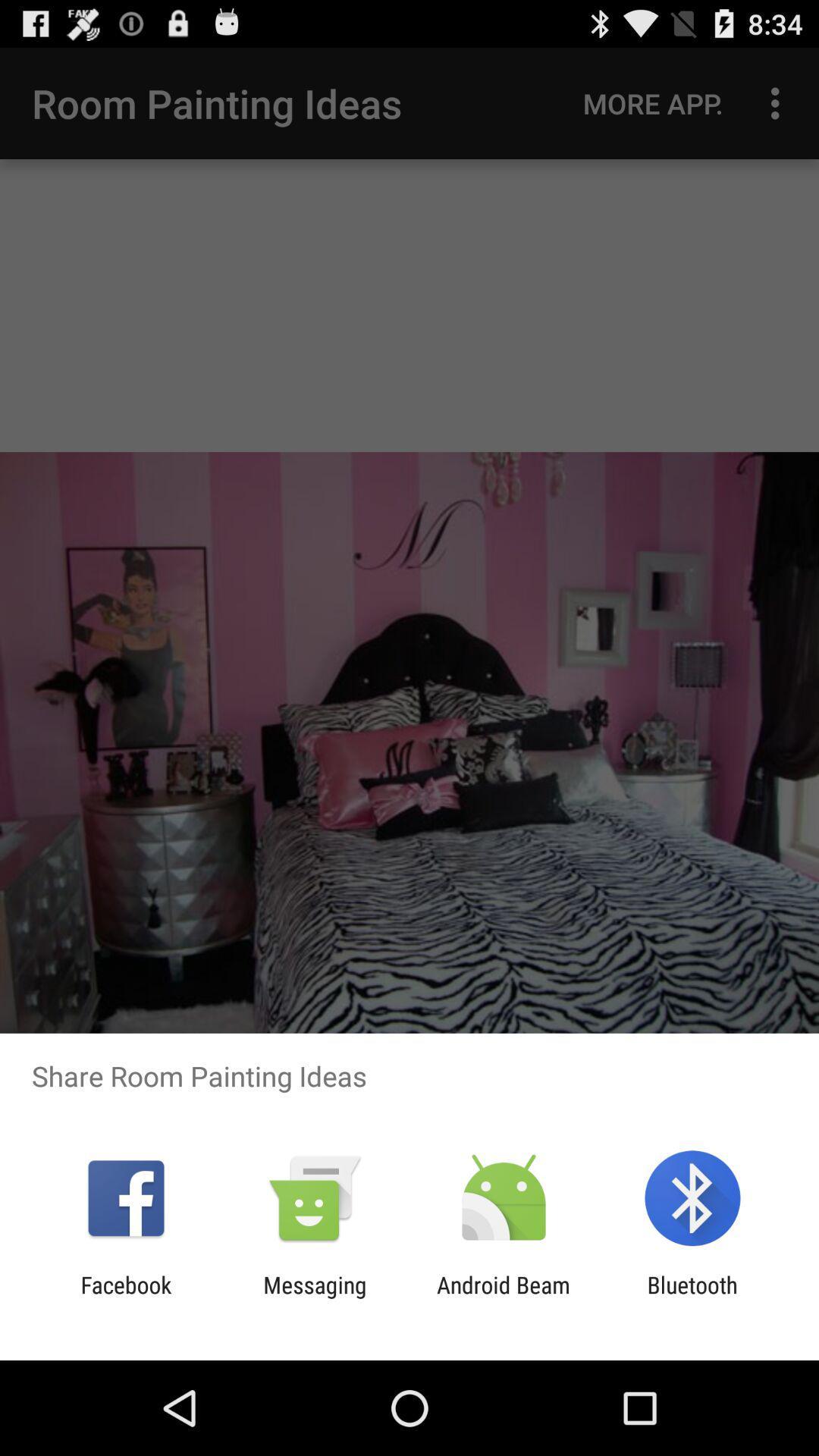 The width and height of the screenshot is (819, 1456). I want to click on the android beam app, so click(504, 1298).